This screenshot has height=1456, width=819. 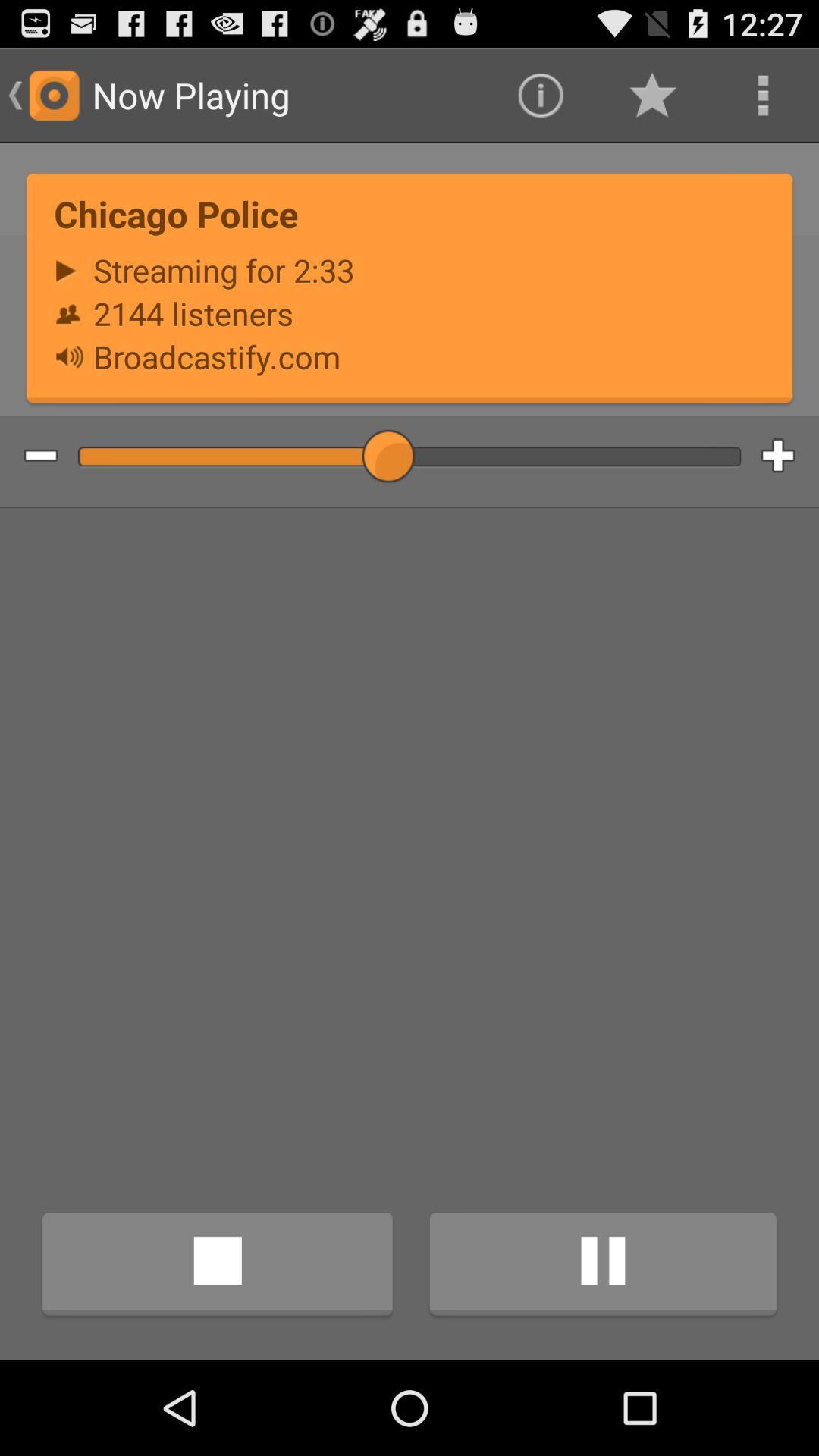 I want to click on the icon at the bottom left corner, so click(x=217, y=1266).